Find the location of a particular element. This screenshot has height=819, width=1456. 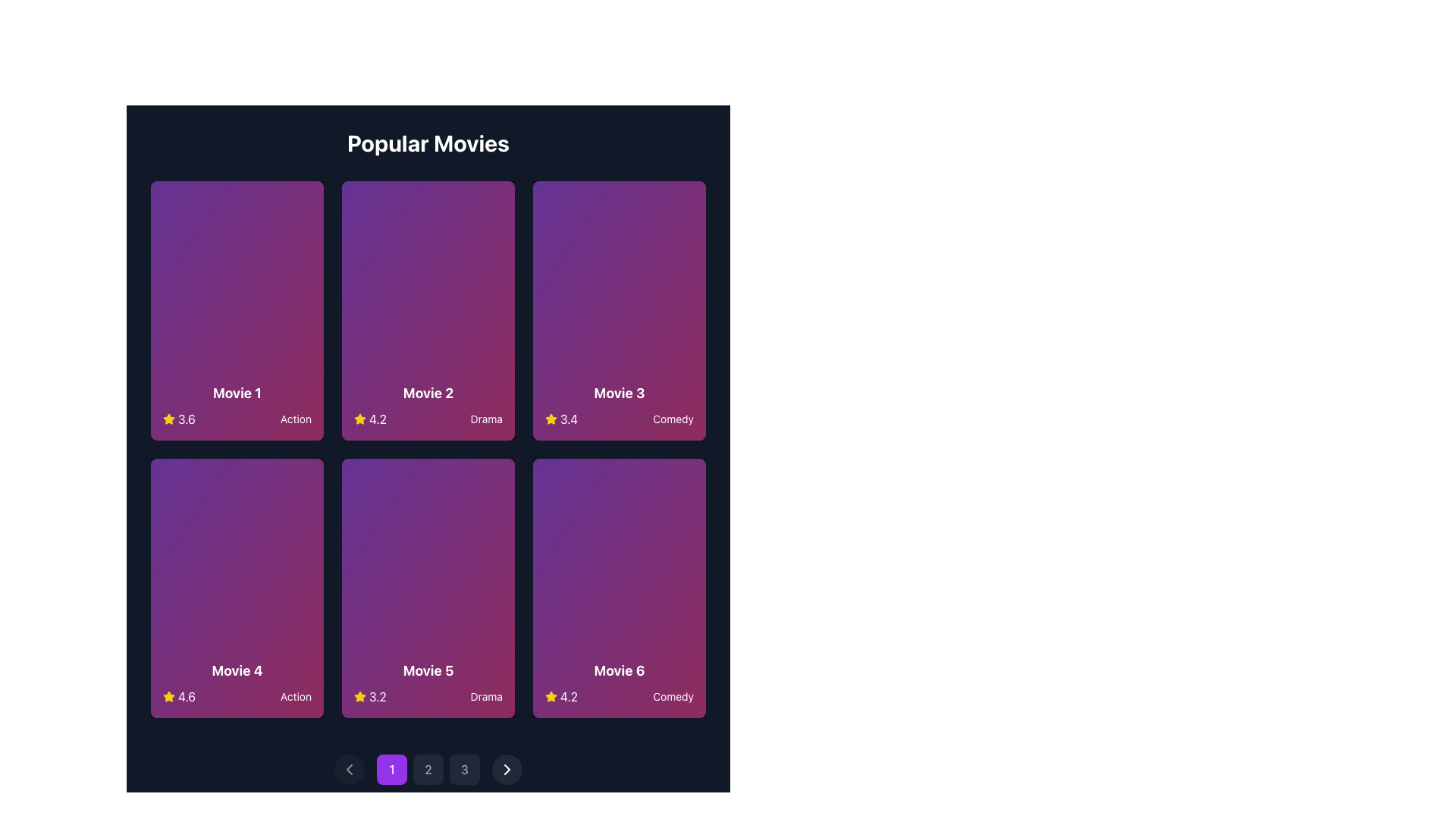

the third movie card in the top-right section of the grid layout, which displays movie details such as title, rating, and genre is located at coordinates (619, 309).